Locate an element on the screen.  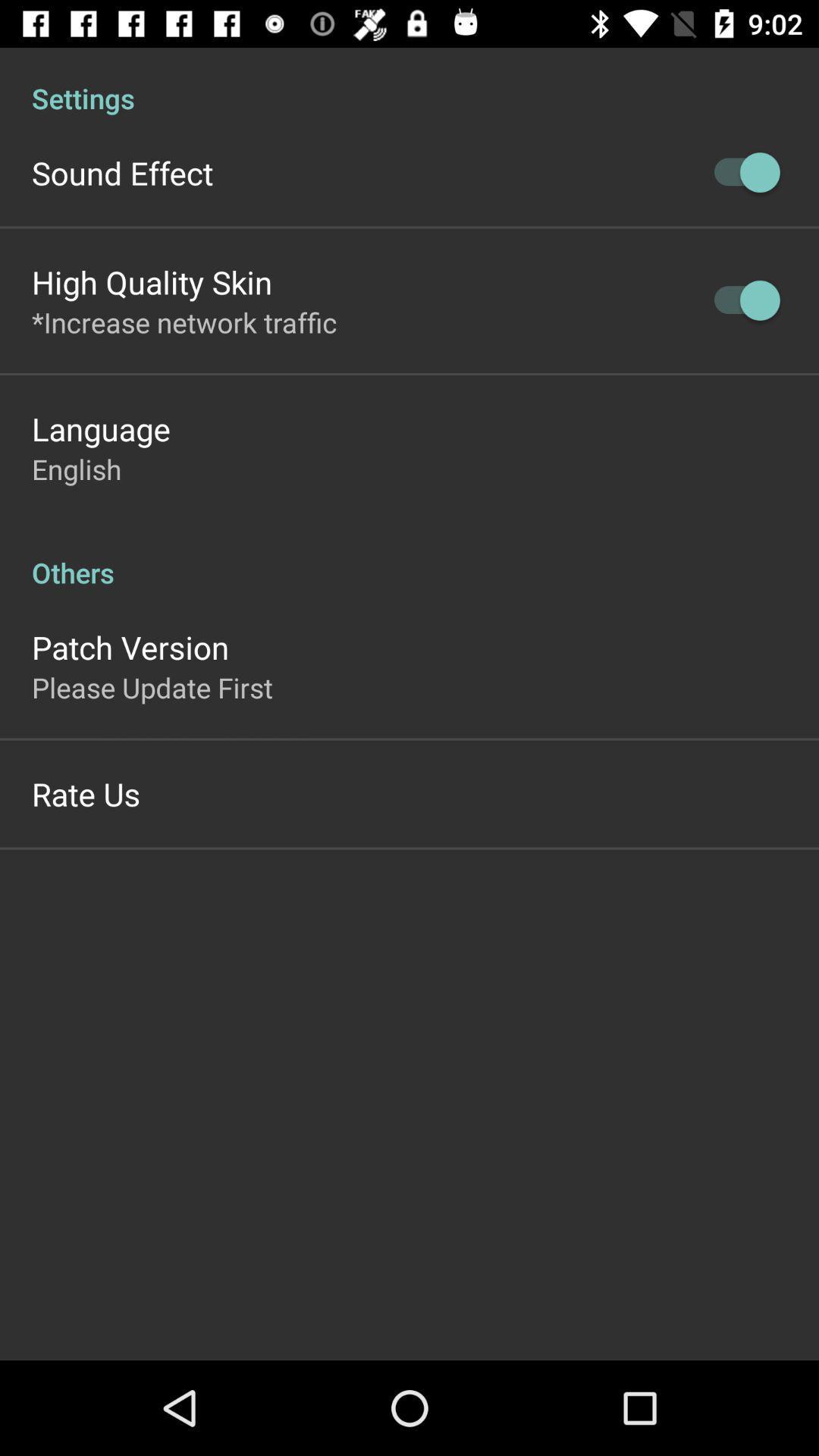
the item below settings is located at coordinates (121, 173).